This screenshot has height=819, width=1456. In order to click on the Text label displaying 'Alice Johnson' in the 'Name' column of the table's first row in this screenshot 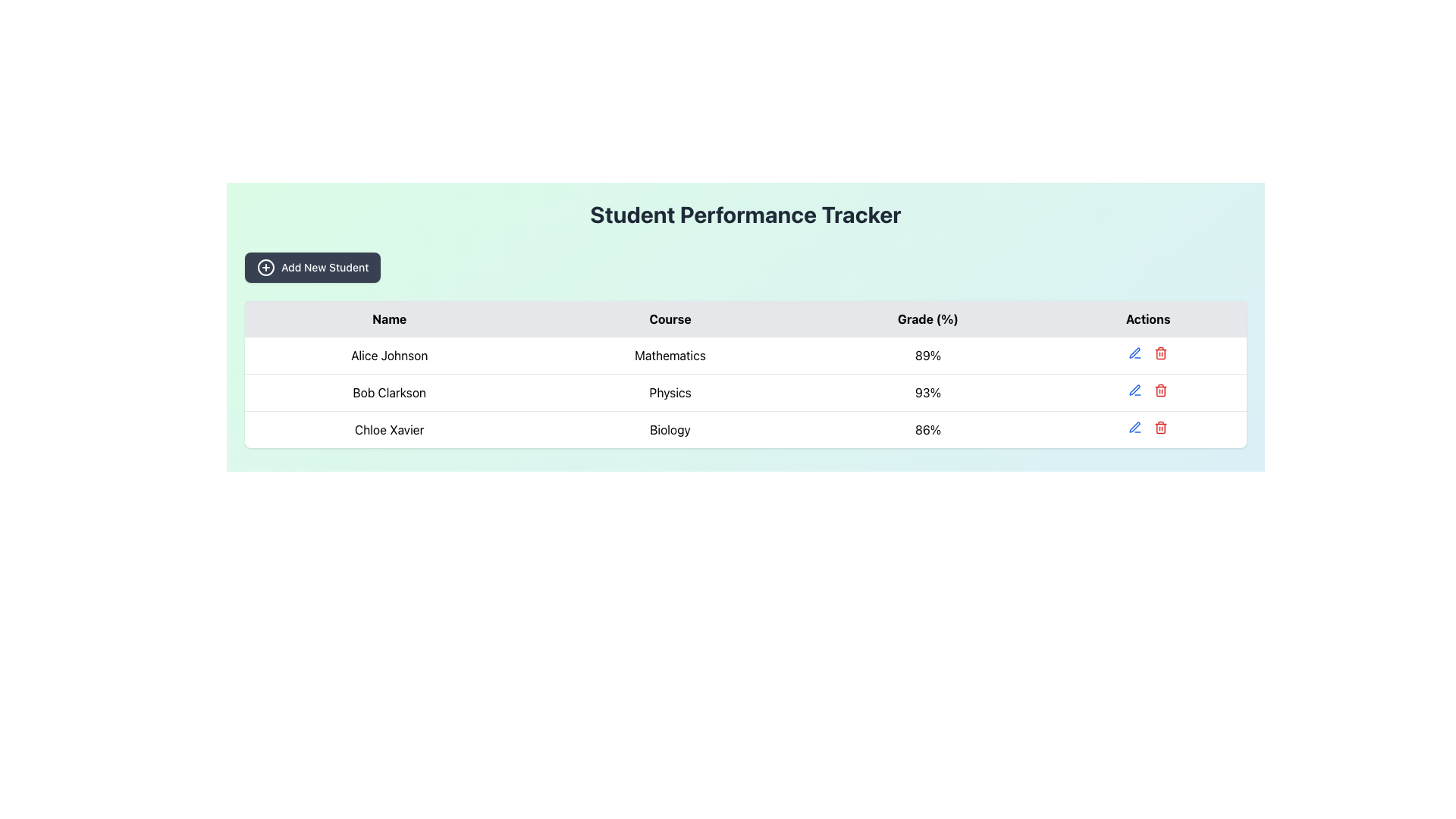, I will do `click(389, 356)`.